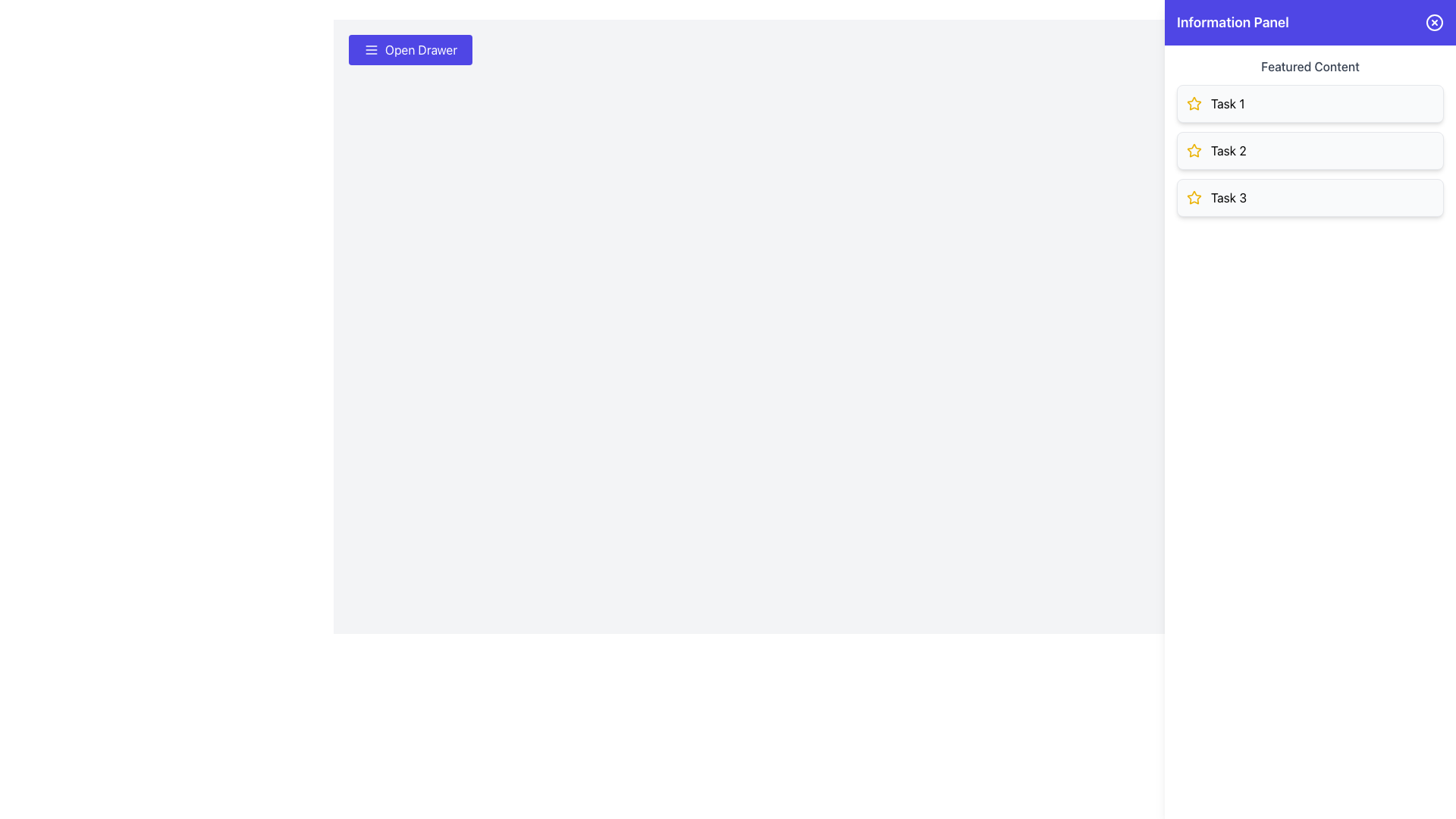 The height and width of the screenshot is (819, 1456). What do you see at coordinates (410, 49) in the screenshot?
I see `the toggle button located near the top-left corner of the interface` at bounding box center [410, 49].